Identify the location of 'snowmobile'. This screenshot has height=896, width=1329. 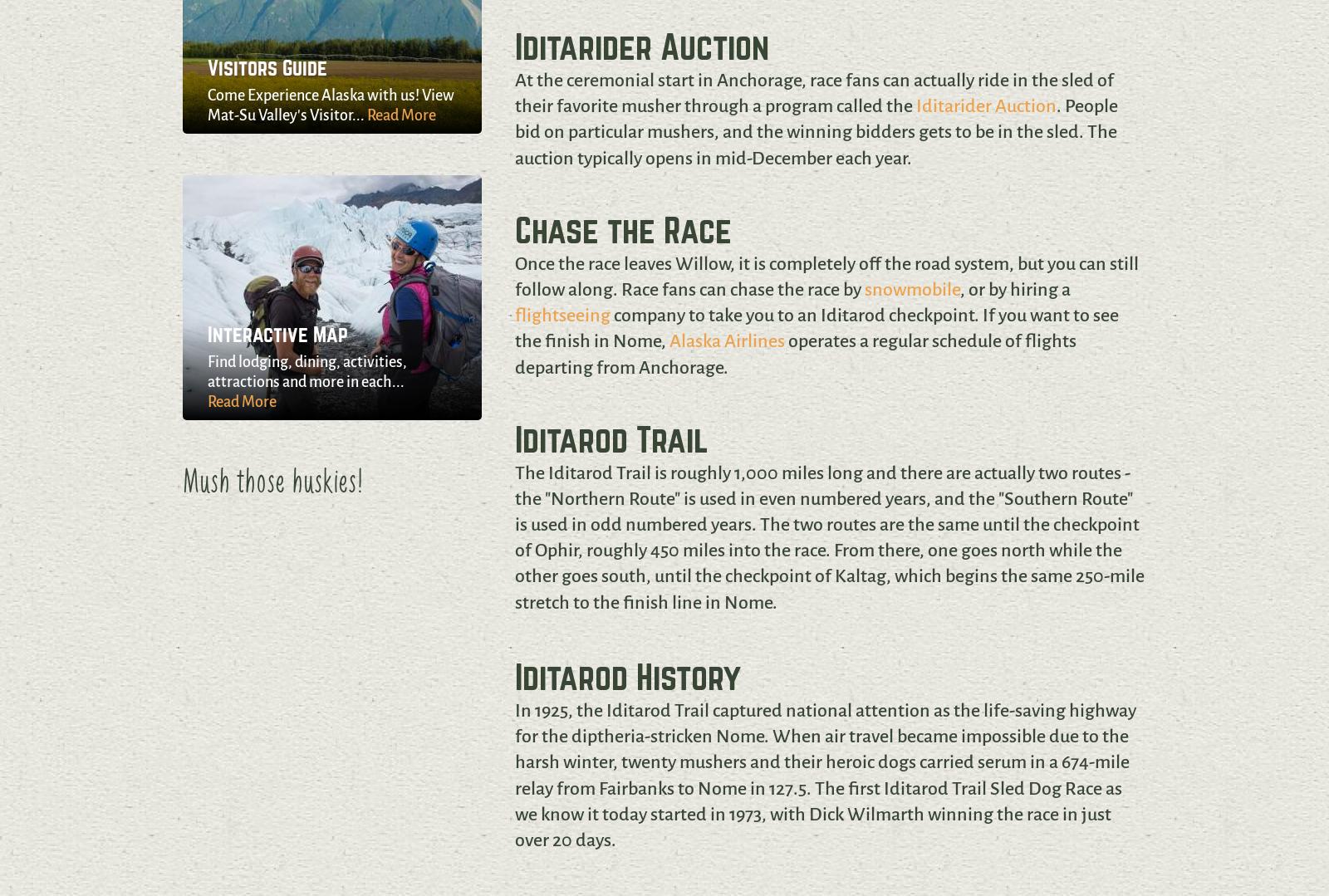
(864, 288).